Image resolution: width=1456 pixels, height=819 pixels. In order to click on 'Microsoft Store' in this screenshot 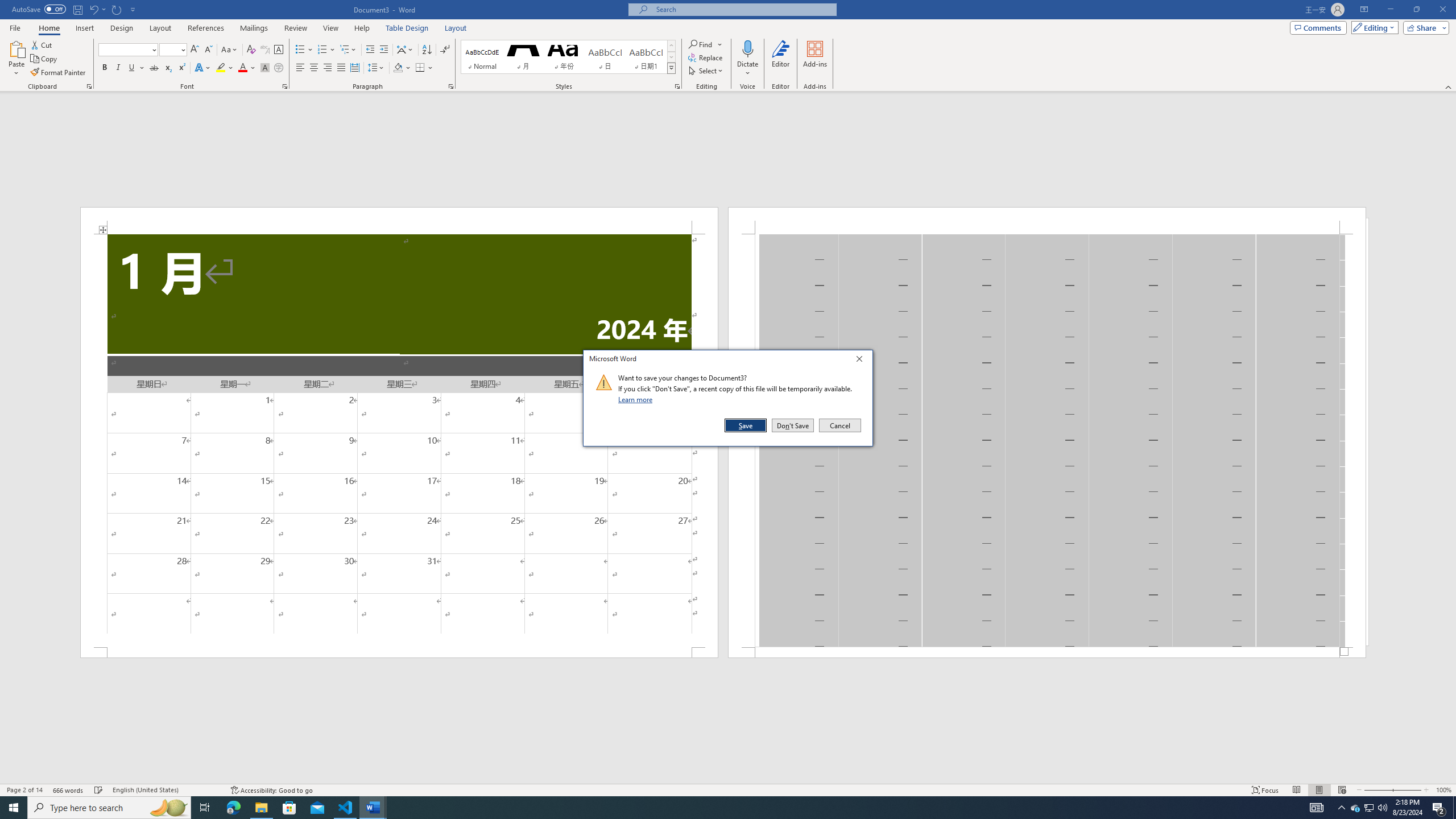, I will do `click(289, 806)`.